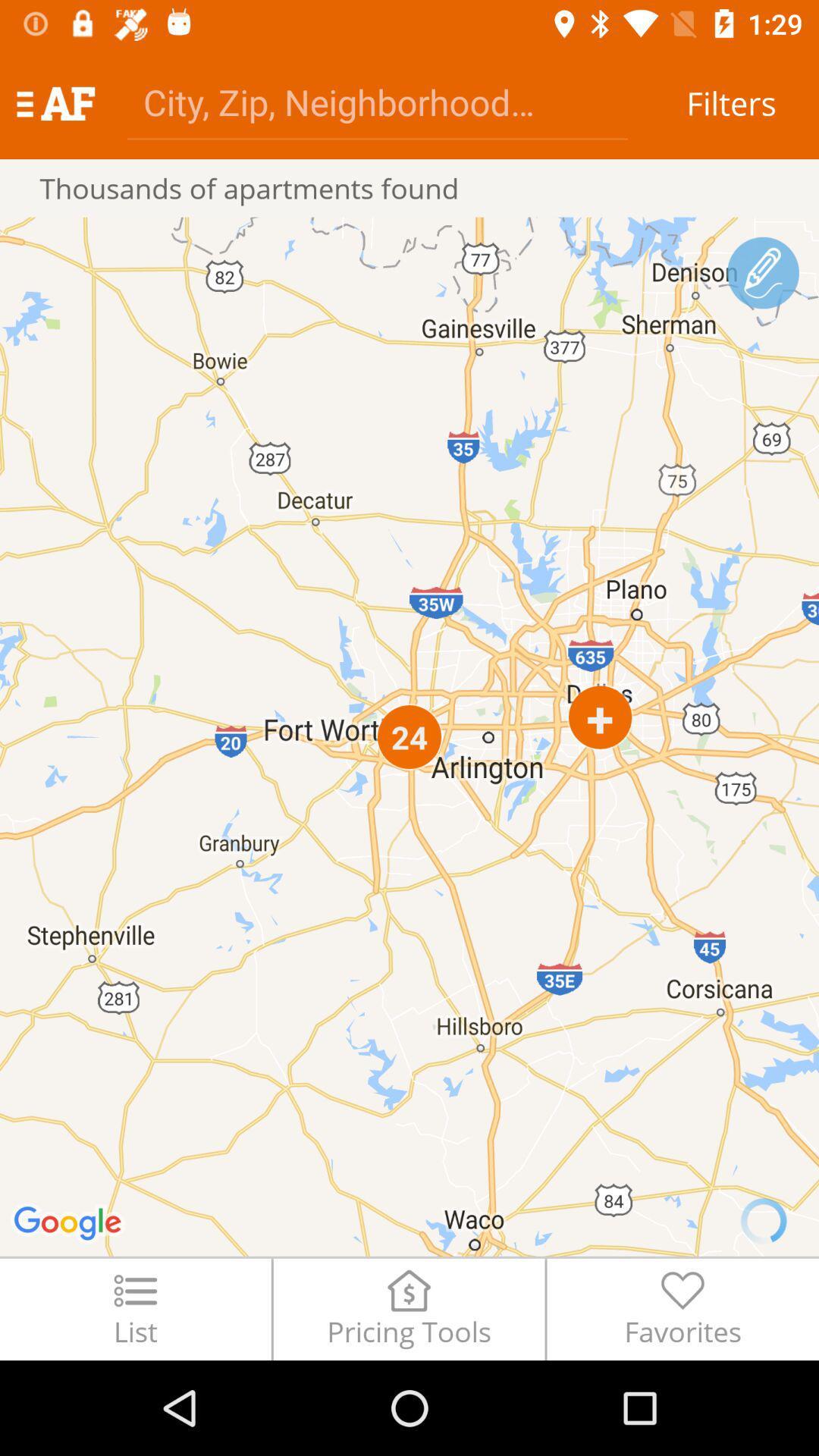  What do you see at coordinates (408, 1308) in the screenshot?
I see `the item next to the favorites icon` at bounding box center [408, 1308].